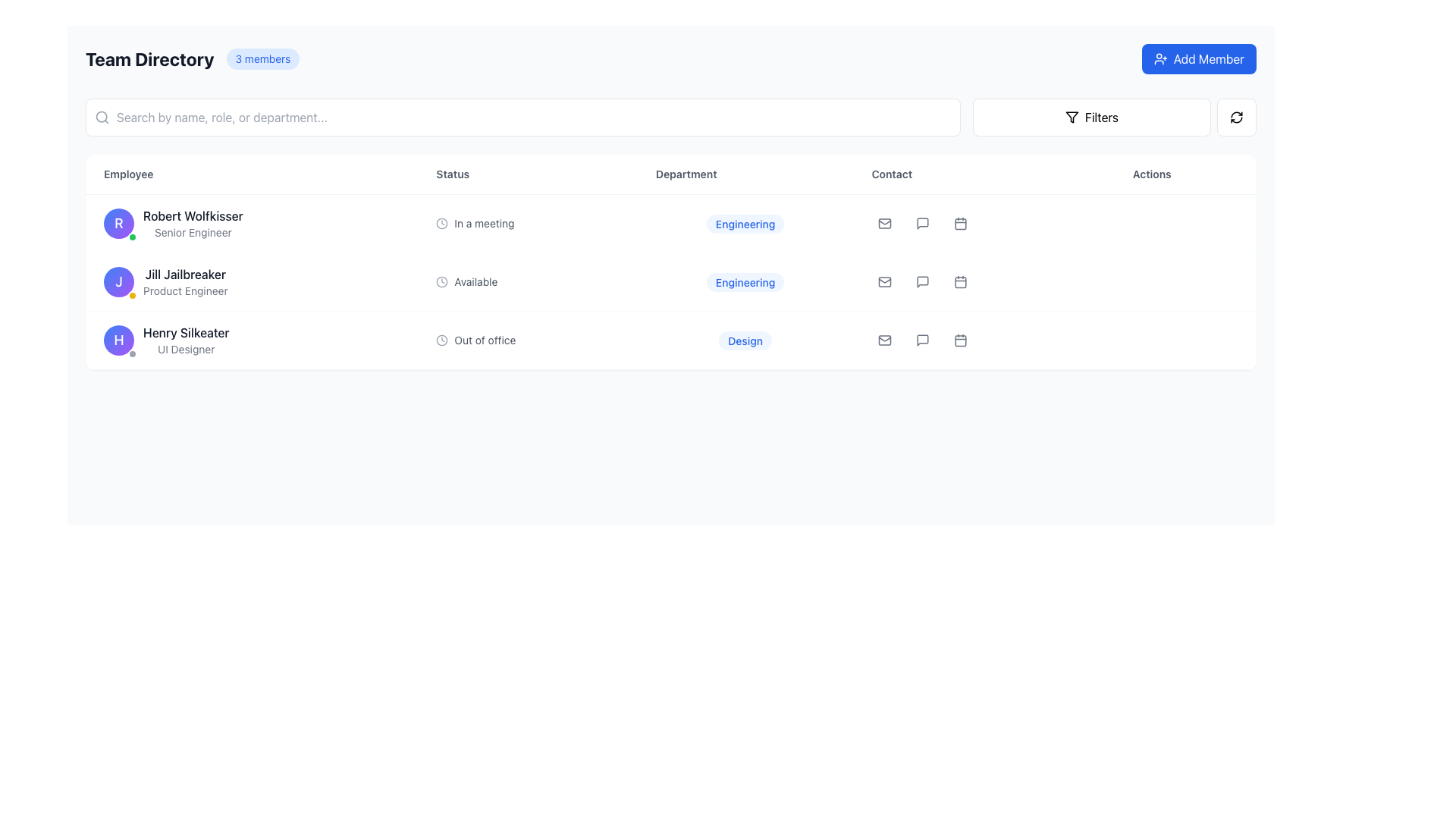 This screenshot has height=819, width=1456. What do you see at coordinates (959, 340) in the screenshot?
I see `the calendar icon located in the 'Actions' column of the last row of the table associated with the employee Henry Silkeater to invoke its calendar-related function` at bounding box center [959, 340].